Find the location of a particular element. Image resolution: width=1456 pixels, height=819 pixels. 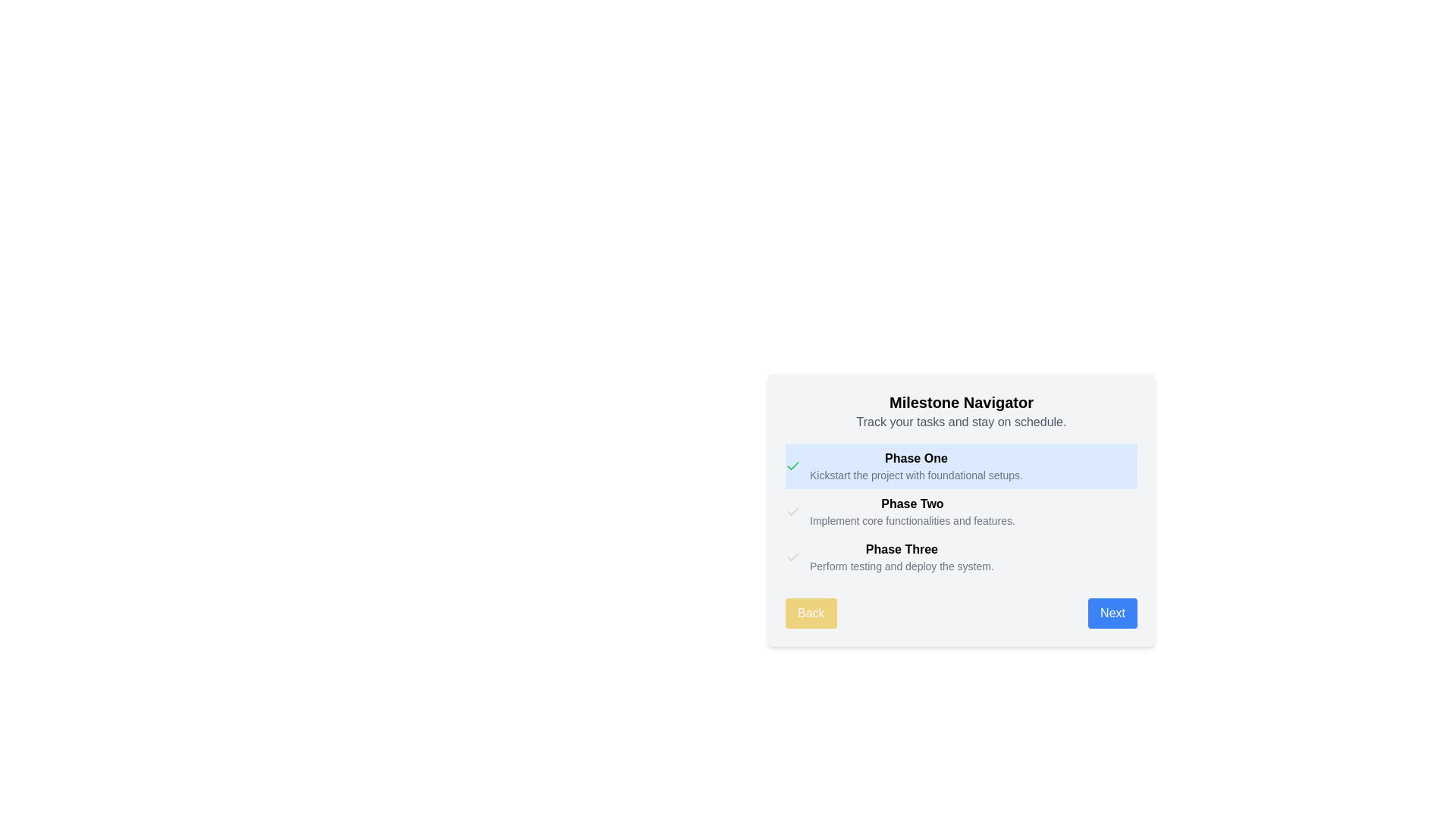

information presented in the Text-based List Item with Icon that displays 'Phase Three' followed by 'Perform testing and deploy the system.' is located at coordinates (960, 557).